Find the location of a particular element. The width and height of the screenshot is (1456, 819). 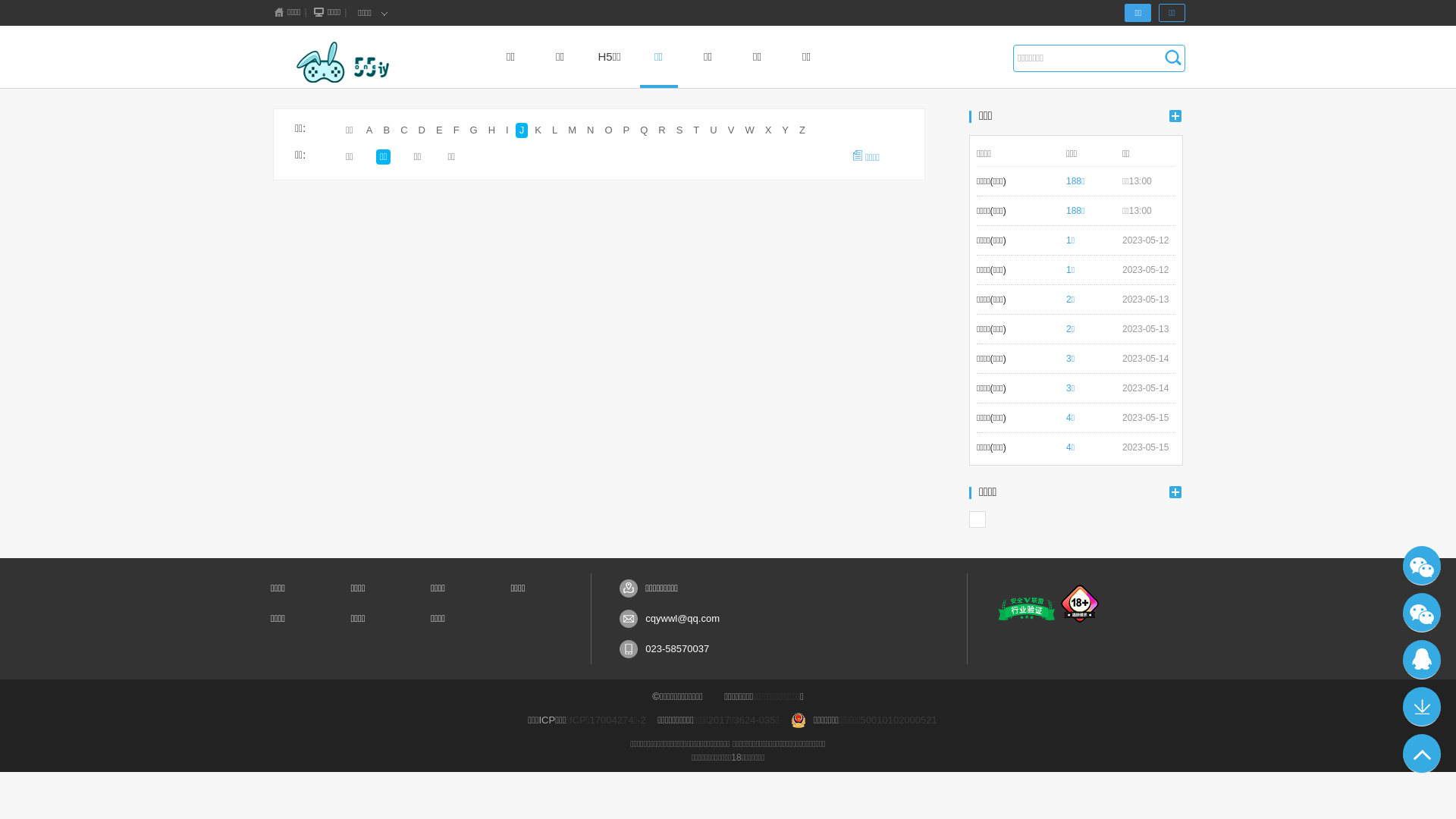

'M' is located at coordinates (571, 130).